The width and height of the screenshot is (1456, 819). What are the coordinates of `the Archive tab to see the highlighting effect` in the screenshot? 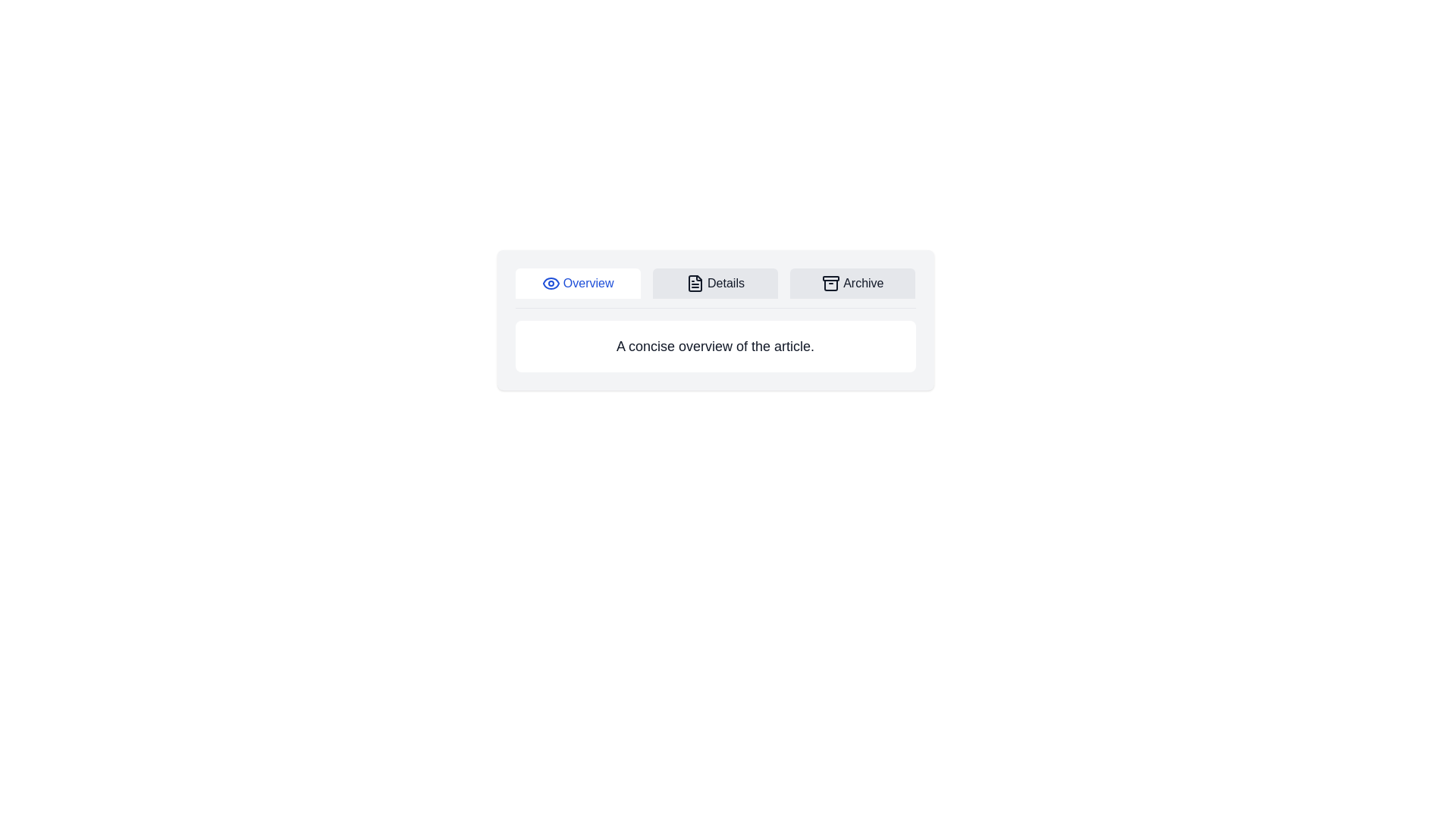 It's located at (852, 284).